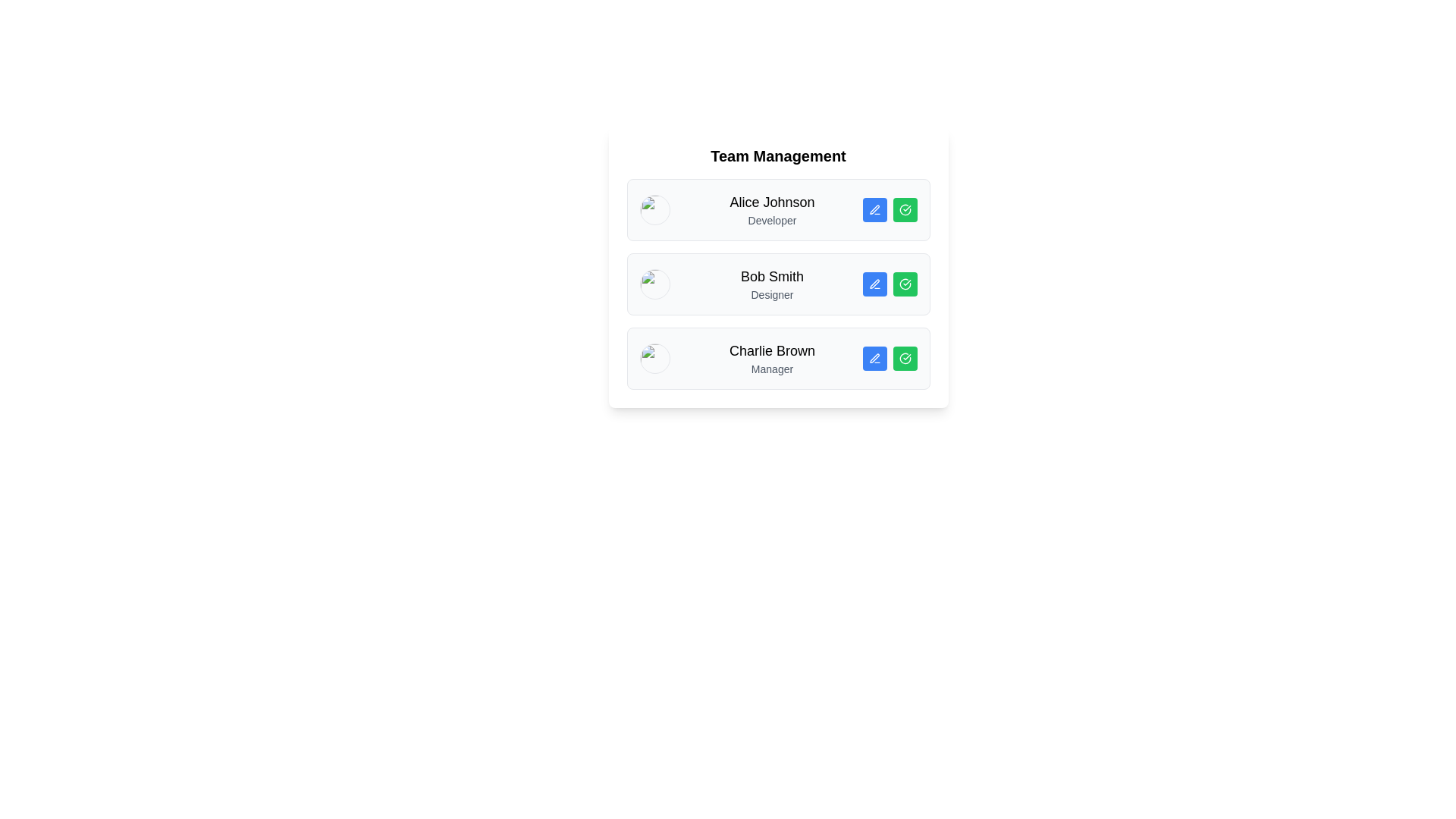 The width and height of the screenshot is (1456, 819). Describe the element at coordinates (778, 284) in the screenshot. I see `the Information card displaying user information for Bob Smith, which is the second card in a vertical list of three` at that location.